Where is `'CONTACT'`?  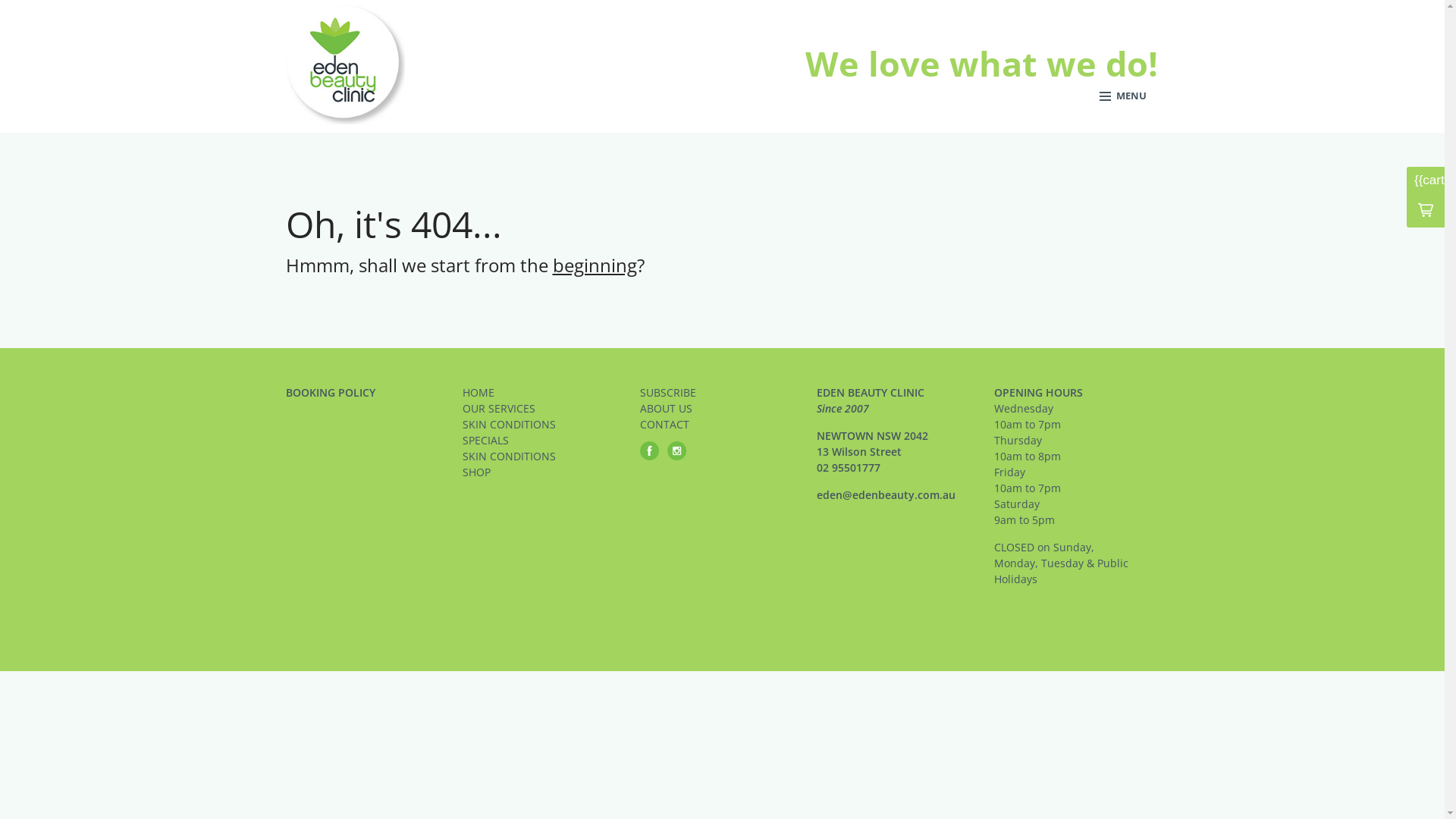 'CONTACT' is located at coordinates (722, 424).